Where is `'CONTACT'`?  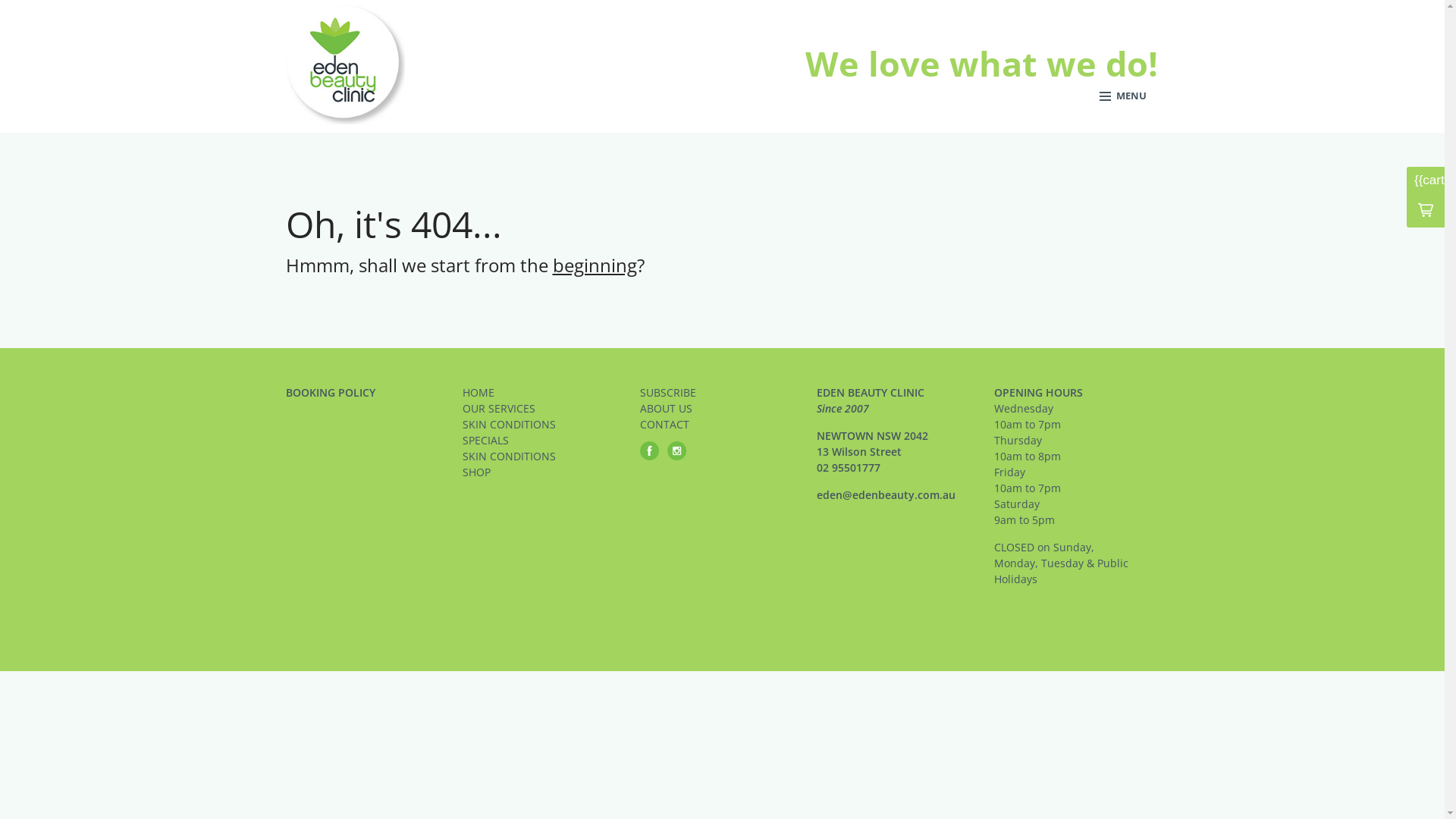 'CONTACT' is located at coordinates (722, 424).